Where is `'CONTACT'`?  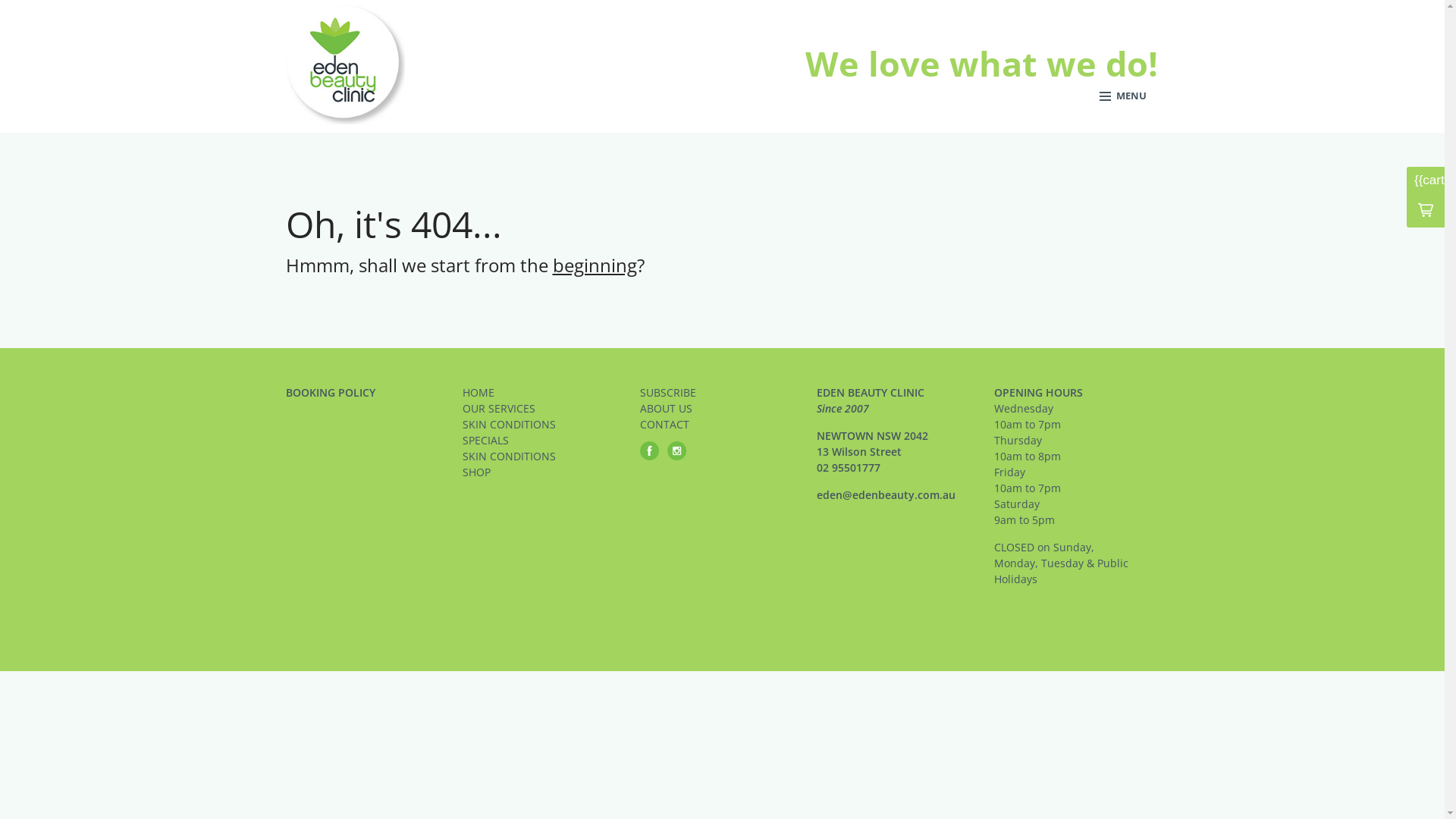 'CONTACT' is located at coordinates (722, 424).